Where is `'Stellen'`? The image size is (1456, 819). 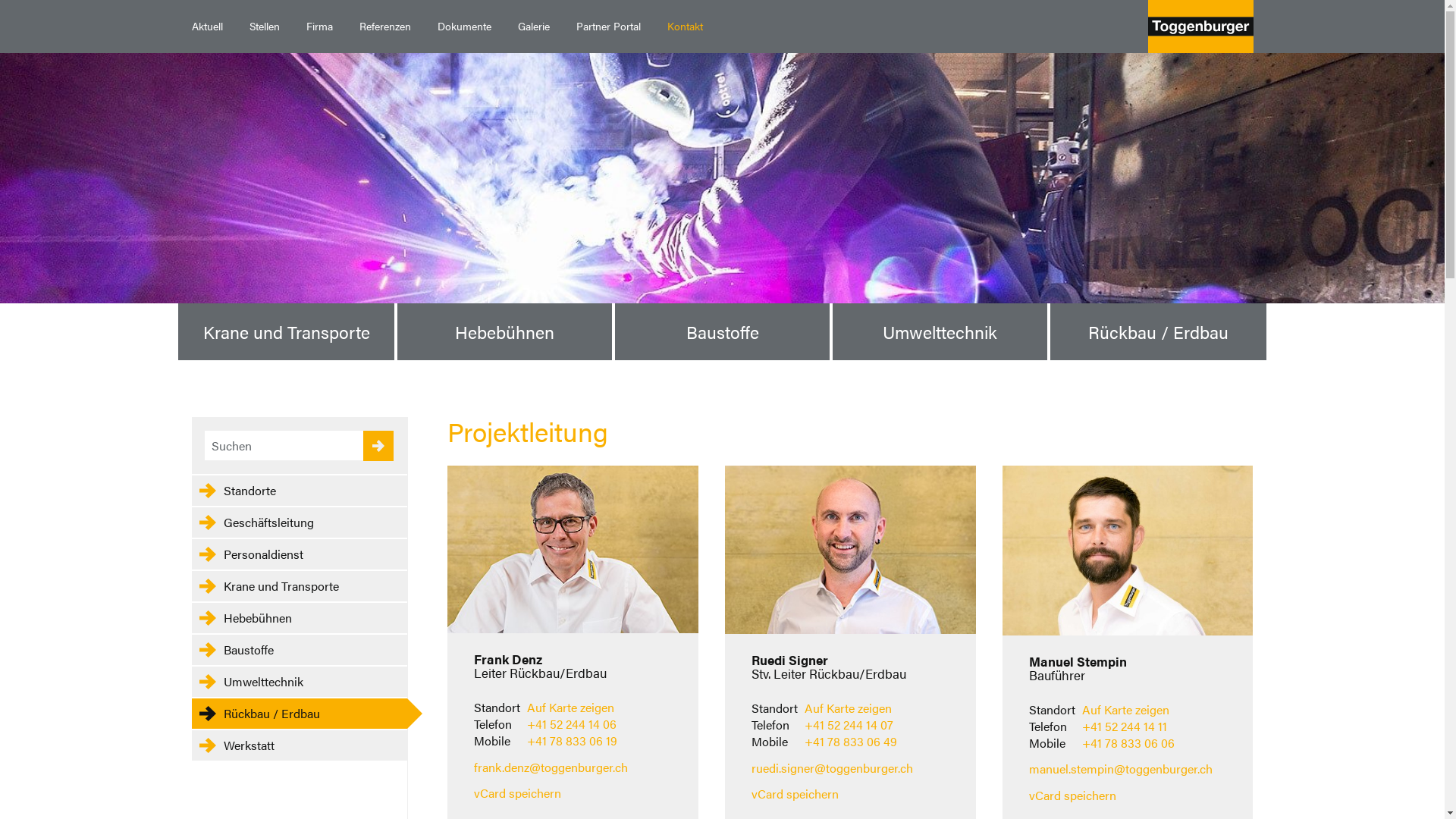 'Stellen' is located at coordinates (264, 26).